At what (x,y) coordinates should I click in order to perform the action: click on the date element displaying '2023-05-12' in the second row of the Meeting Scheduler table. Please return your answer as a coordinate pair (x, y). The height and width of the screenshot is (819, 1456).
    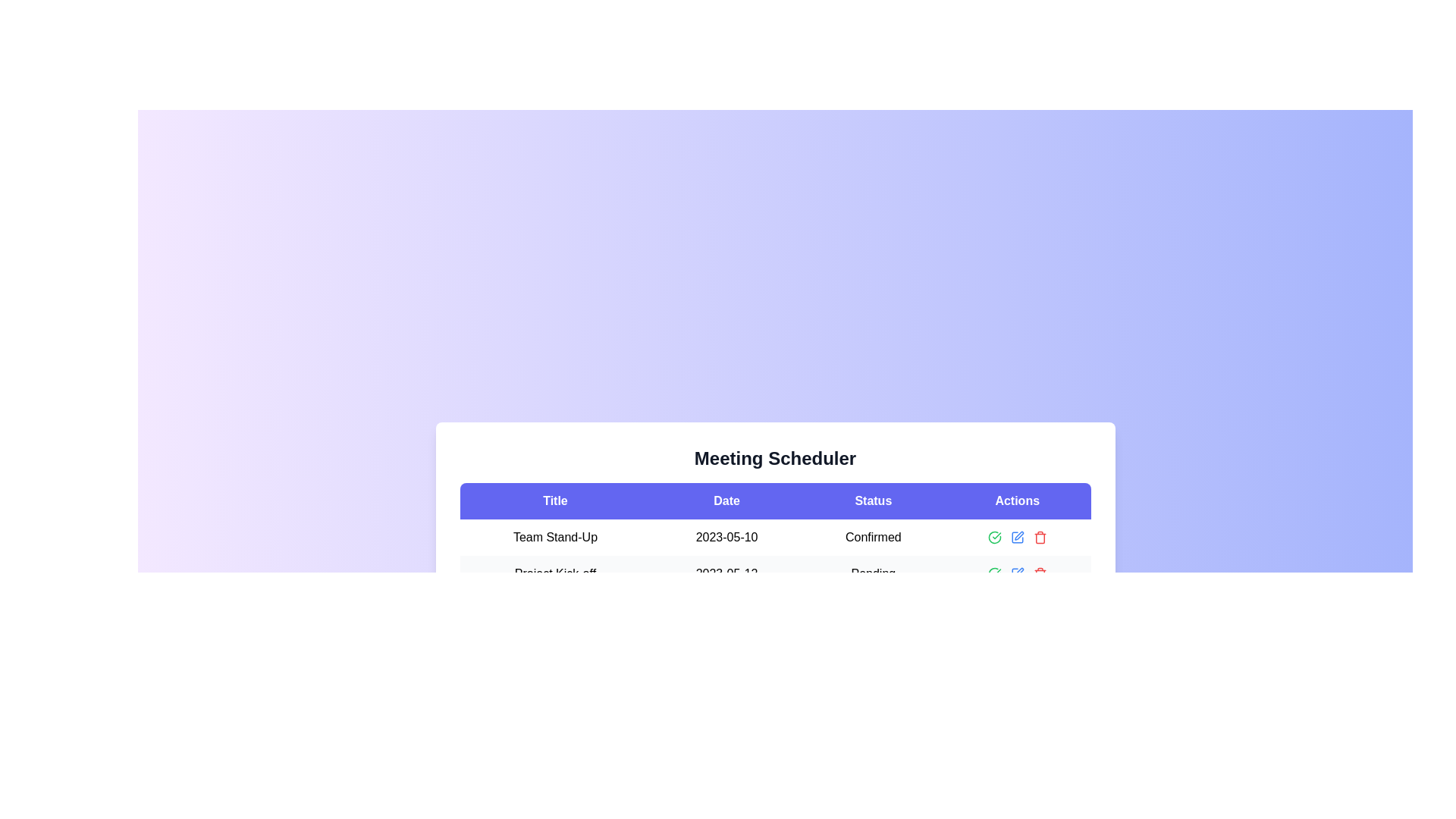
    Looking at the image, I should click on (726, 573).